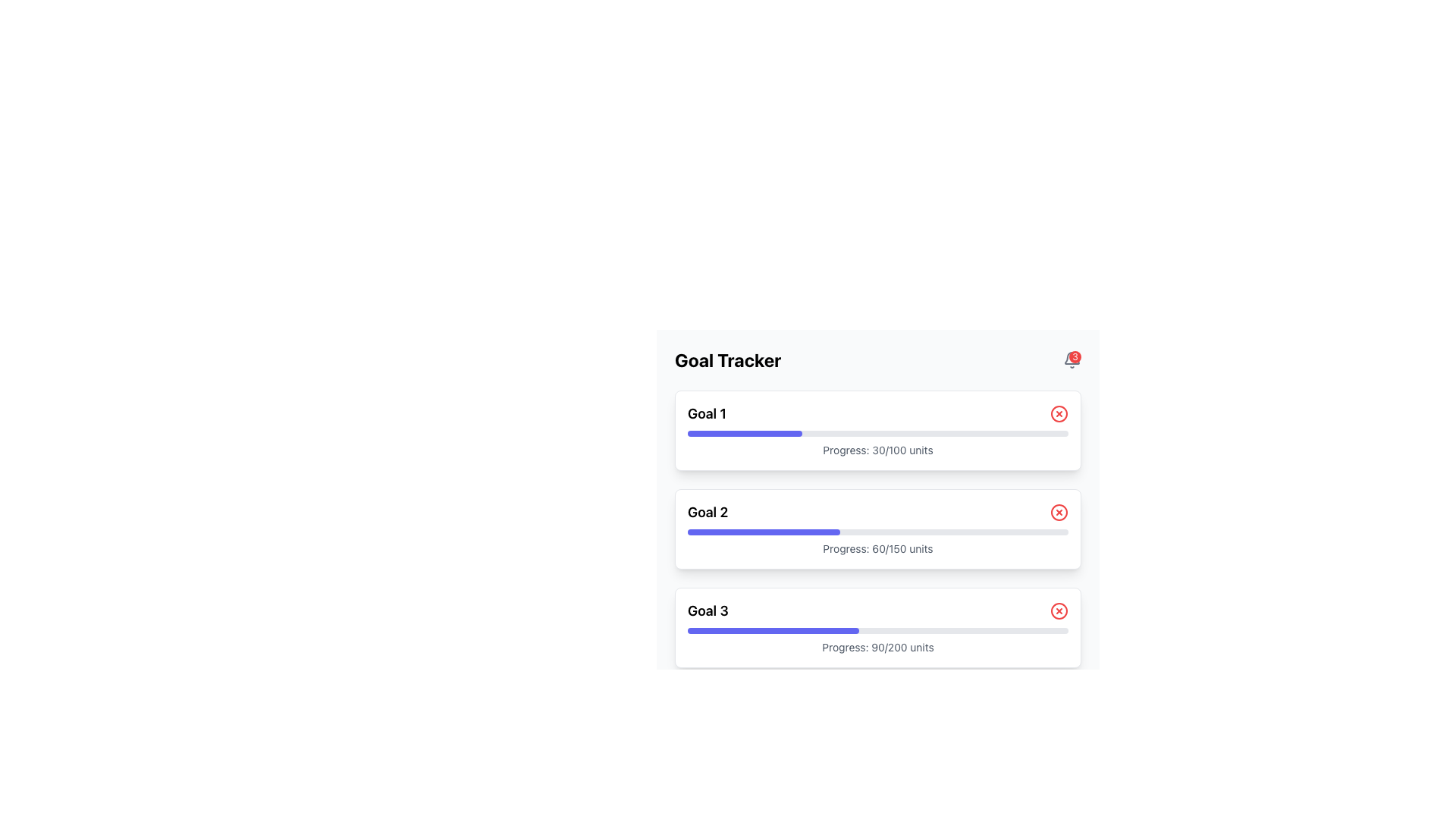 This screenshot has height=819, width=1456. What do you see at coordinates (764, 532) in the screenshot?
I see `the indigo progress bar segment representing 40% completion within the 'Goal 2' section of the progress bar` at bounding box center [764, 532].